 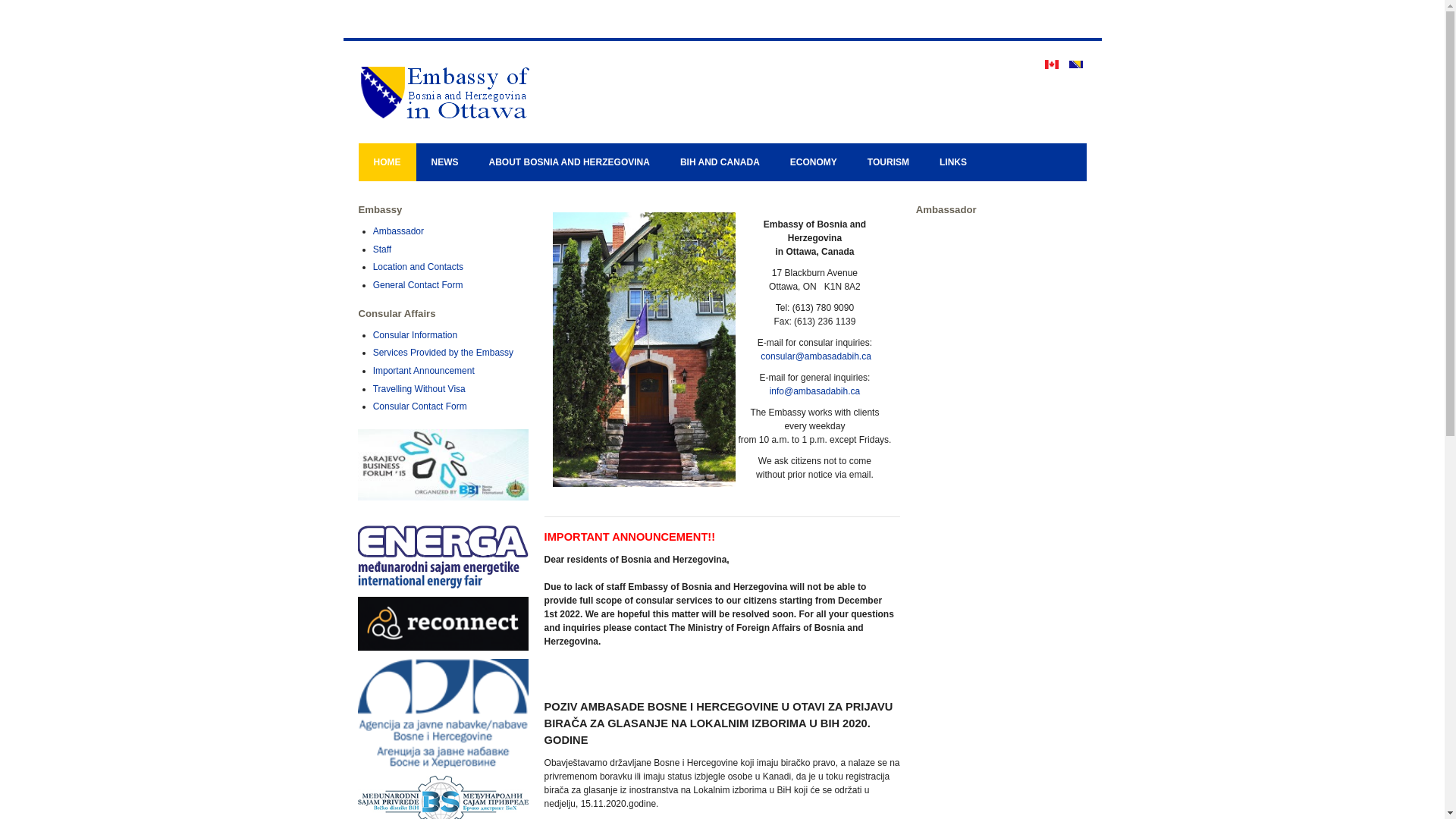 I want to click on 'Important Announcement', so click(x=423, y=371).